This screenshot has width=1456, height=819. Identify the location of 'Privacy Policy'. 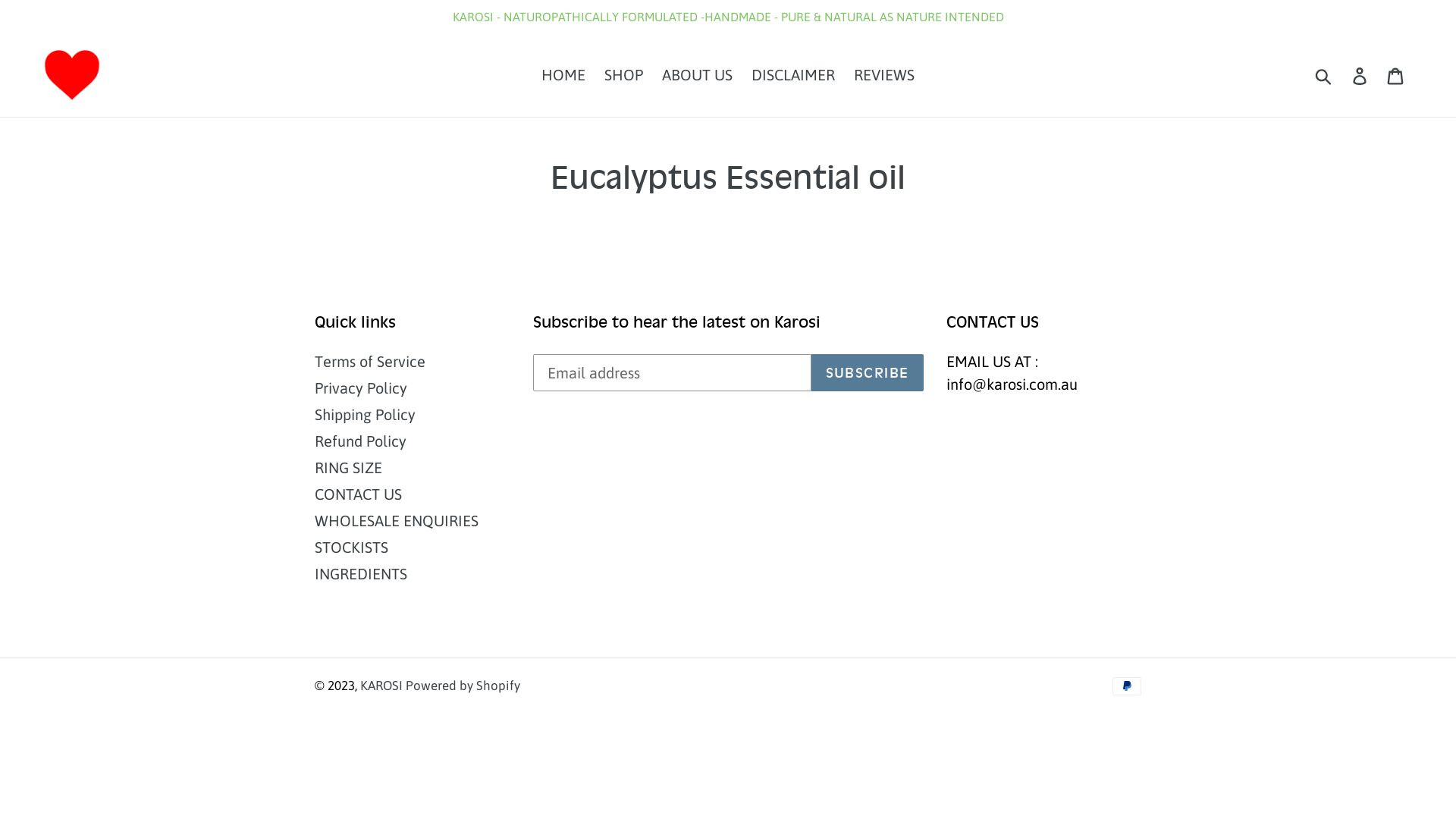
(359, 387).